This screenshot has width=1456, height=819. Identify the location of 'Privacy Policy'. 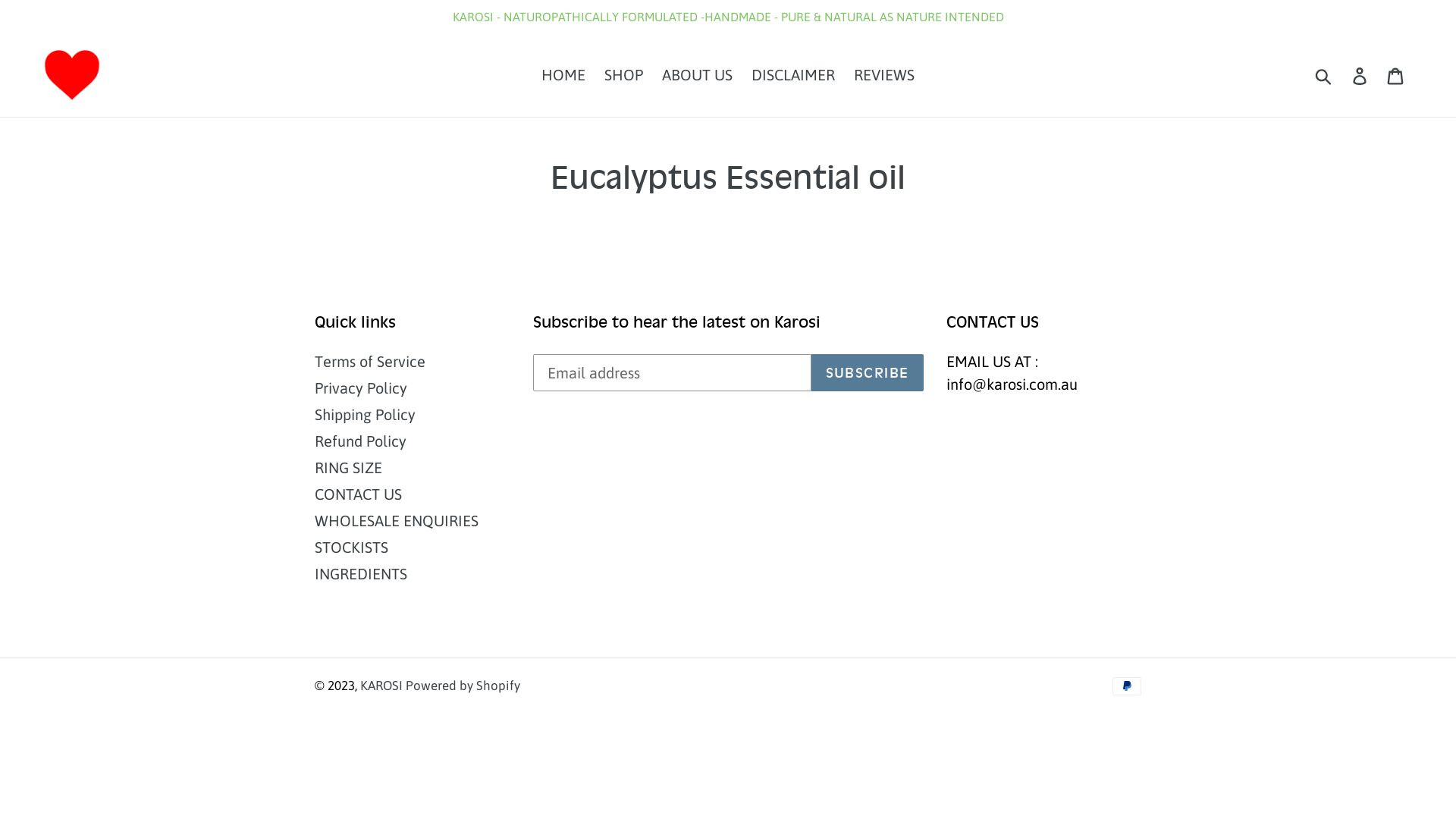
(359, 387).